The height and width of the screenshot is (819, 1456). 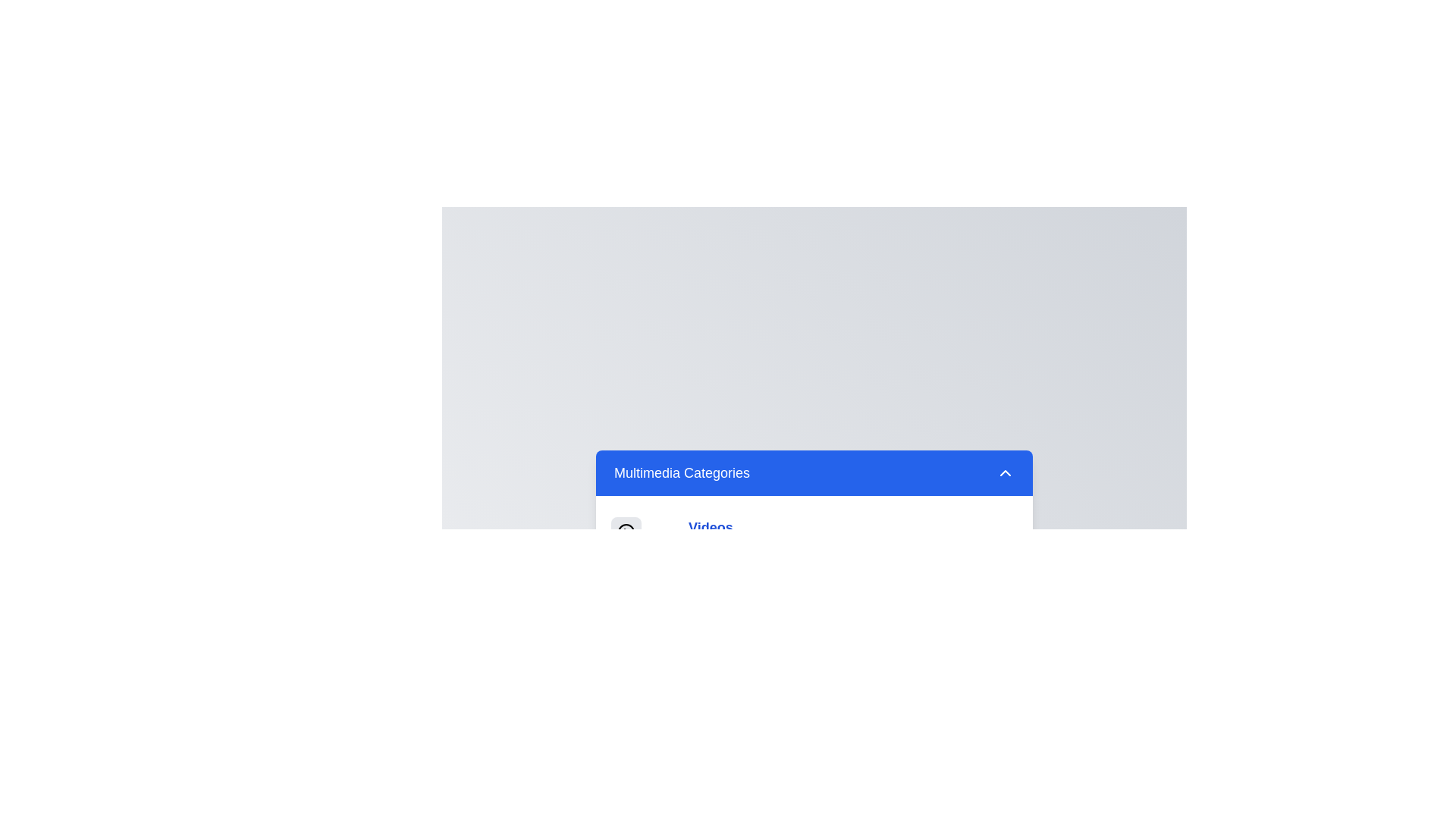 What do you see at coordinates (709, 526) in the screenshot?
I see `the 'Videos' category item in the Multimedia Menu` at bounding box center [709, 526].